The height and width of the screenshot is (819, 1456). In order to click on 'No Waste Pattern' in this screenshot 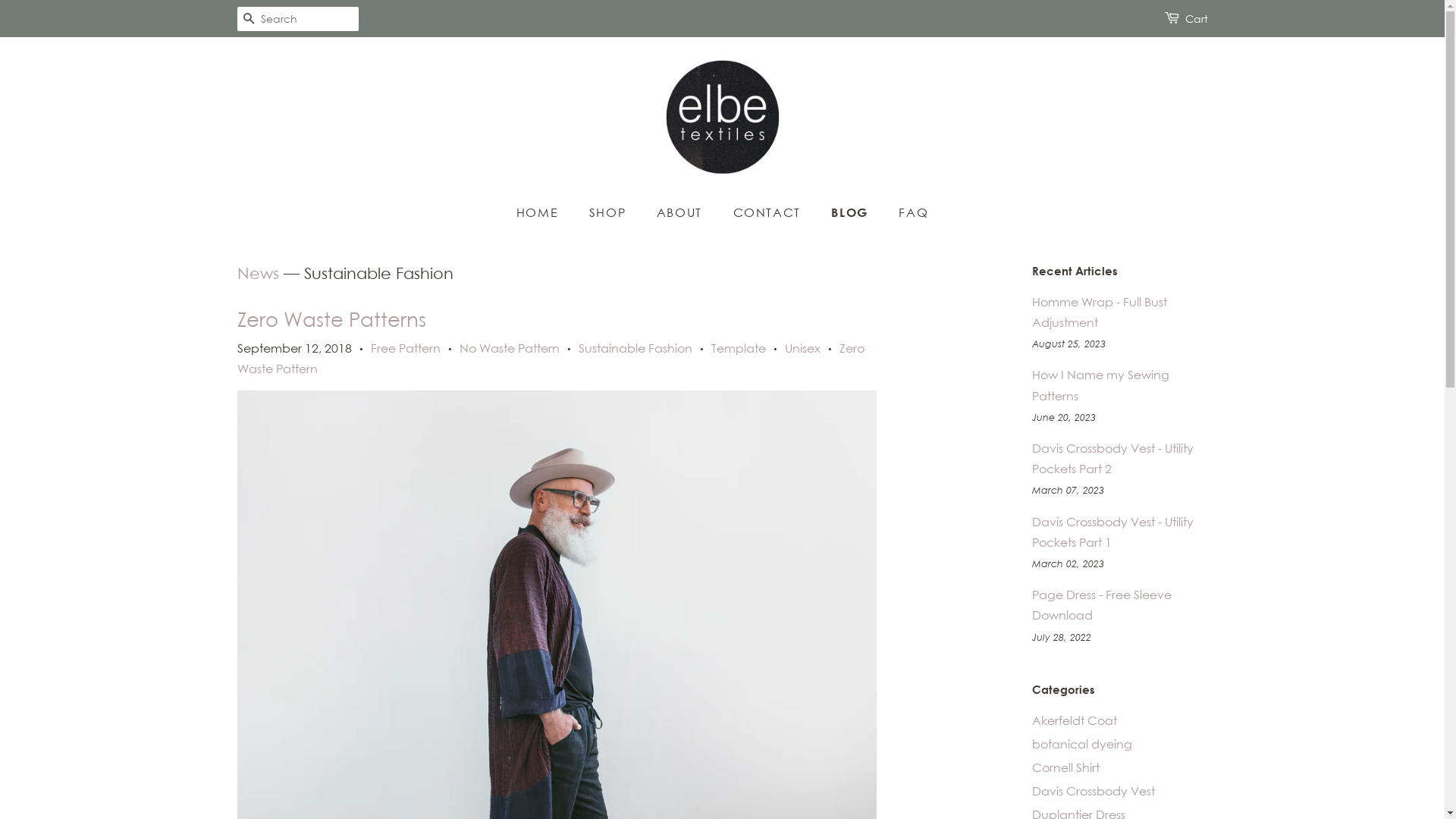, I will do `click(458, 348)`.